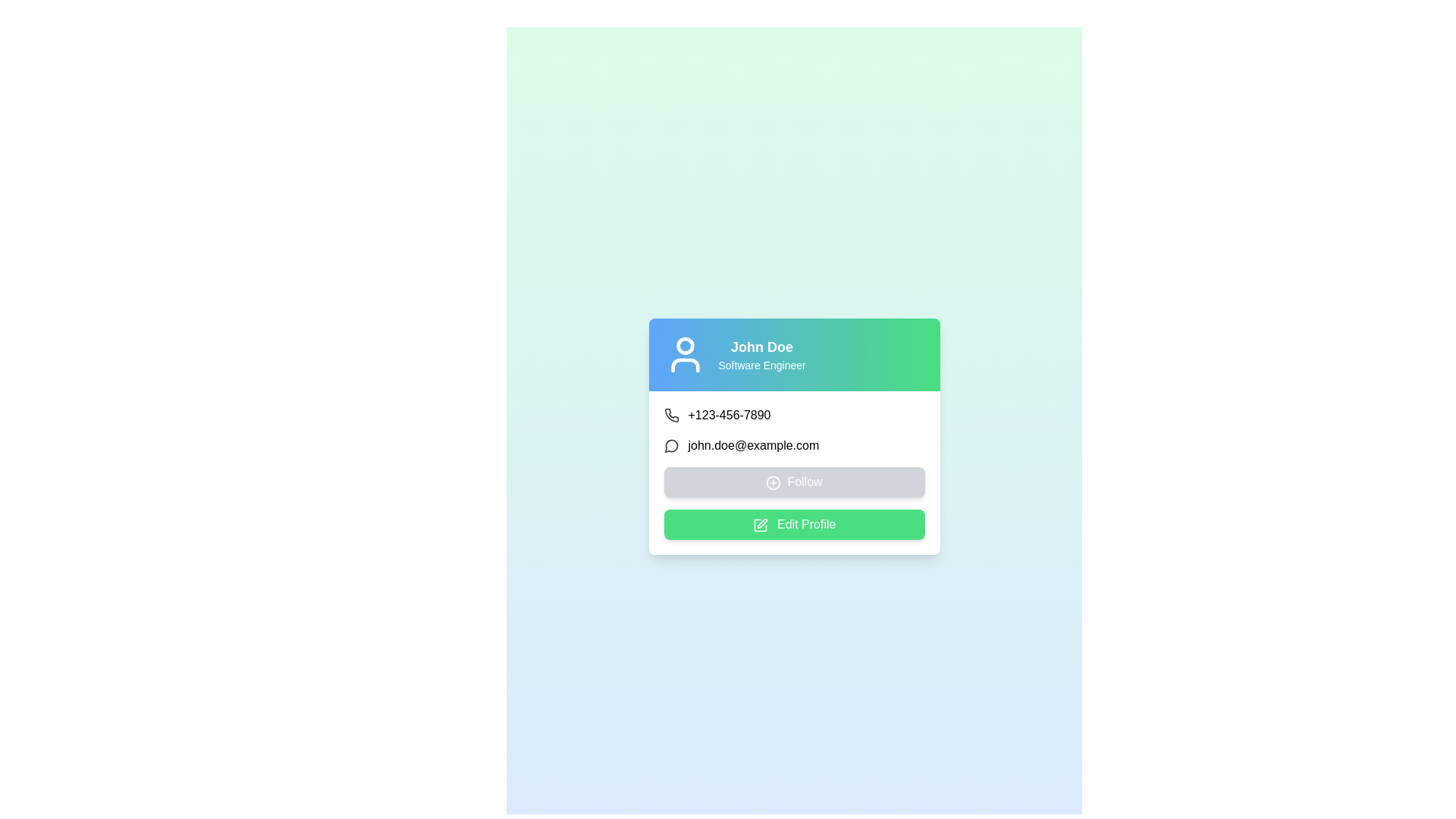  What do you see at coordinates (762, 366) in the screenshot?
I see `the text label displaying 'Software Engineer' which is positioned below the 'John Doe' text in the profile card header` at bounding box center [762, 366].